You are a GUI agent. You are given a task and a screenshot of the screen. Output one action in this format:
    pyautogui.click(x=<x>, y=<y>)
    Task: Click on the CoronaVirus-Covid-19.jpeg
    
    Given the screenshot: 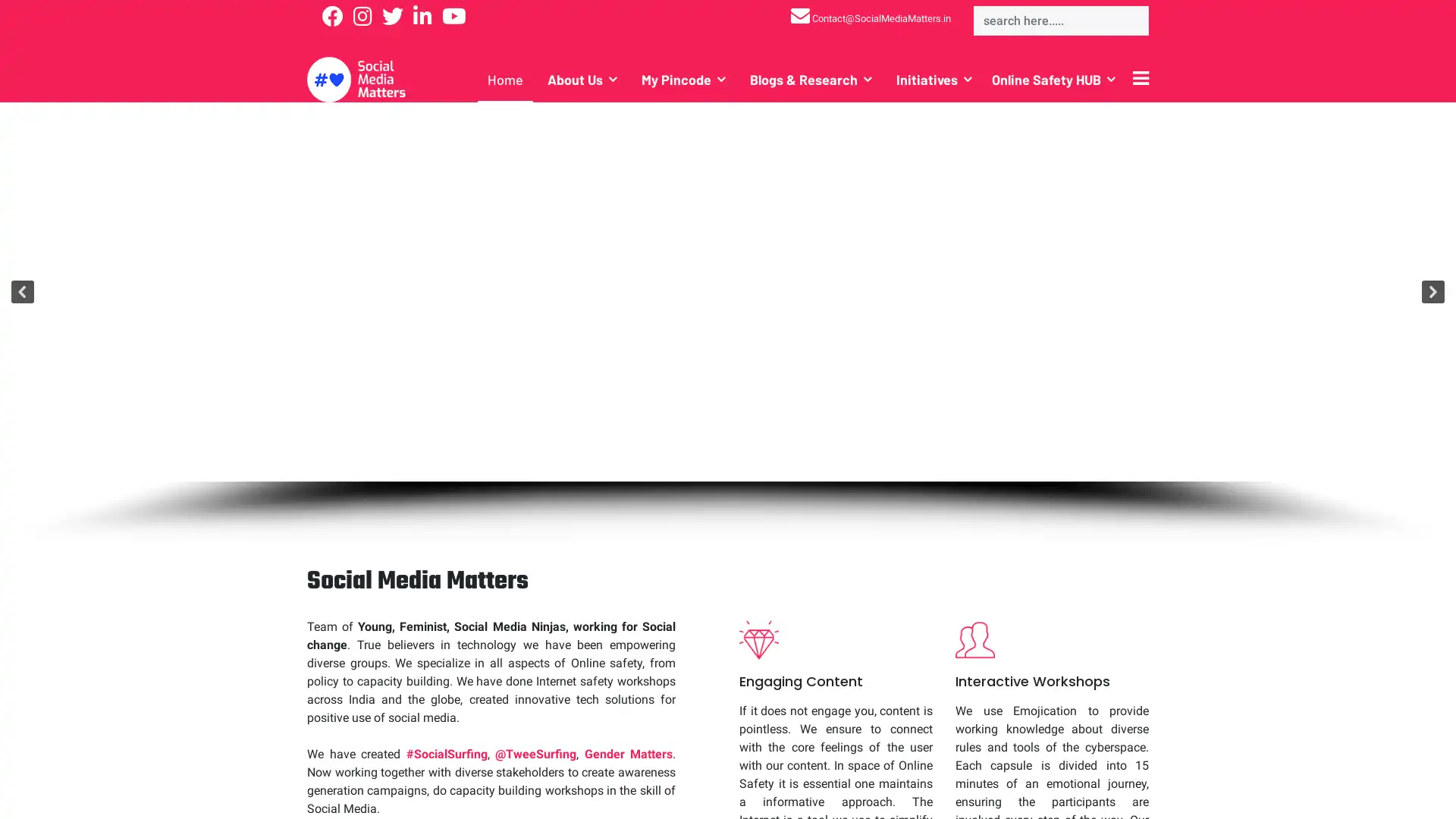 What is the action you would take?
    pyautogui.click(x=626, y=466)
    